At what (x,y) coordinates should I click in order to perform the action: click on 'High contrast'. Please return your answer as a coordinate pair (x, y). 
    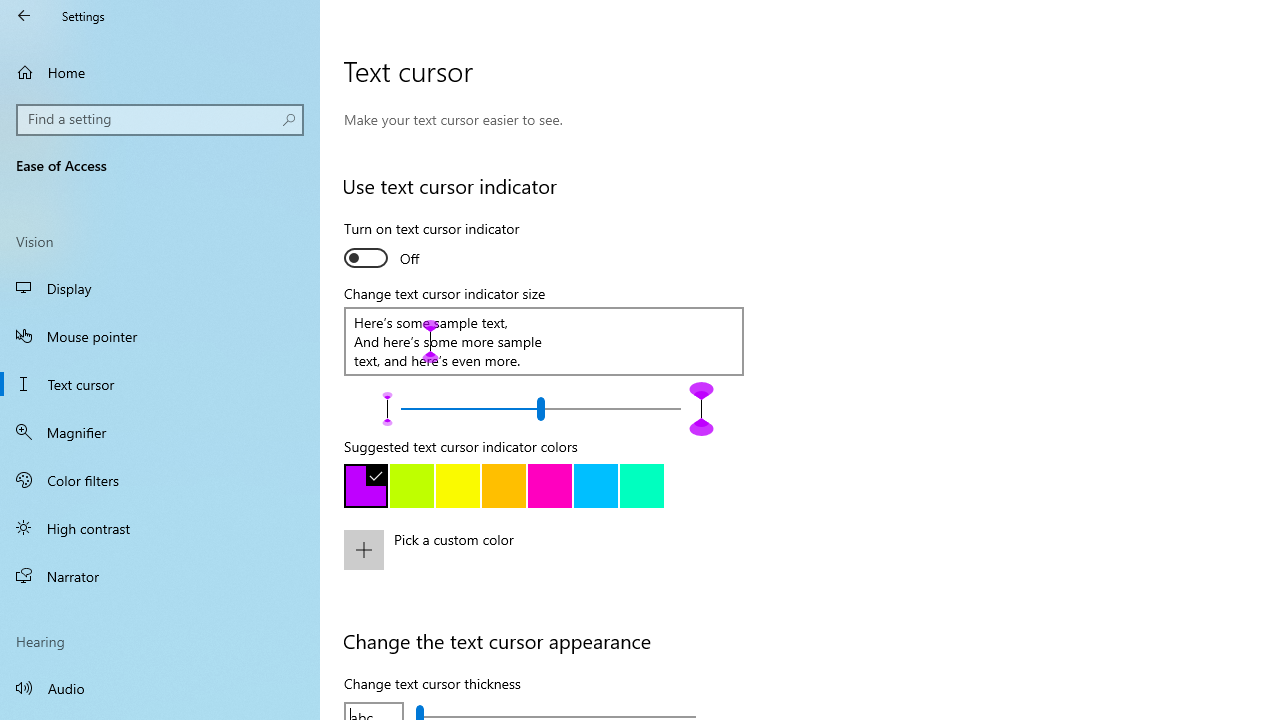
    Looking at the image, I should click on (160, 527).